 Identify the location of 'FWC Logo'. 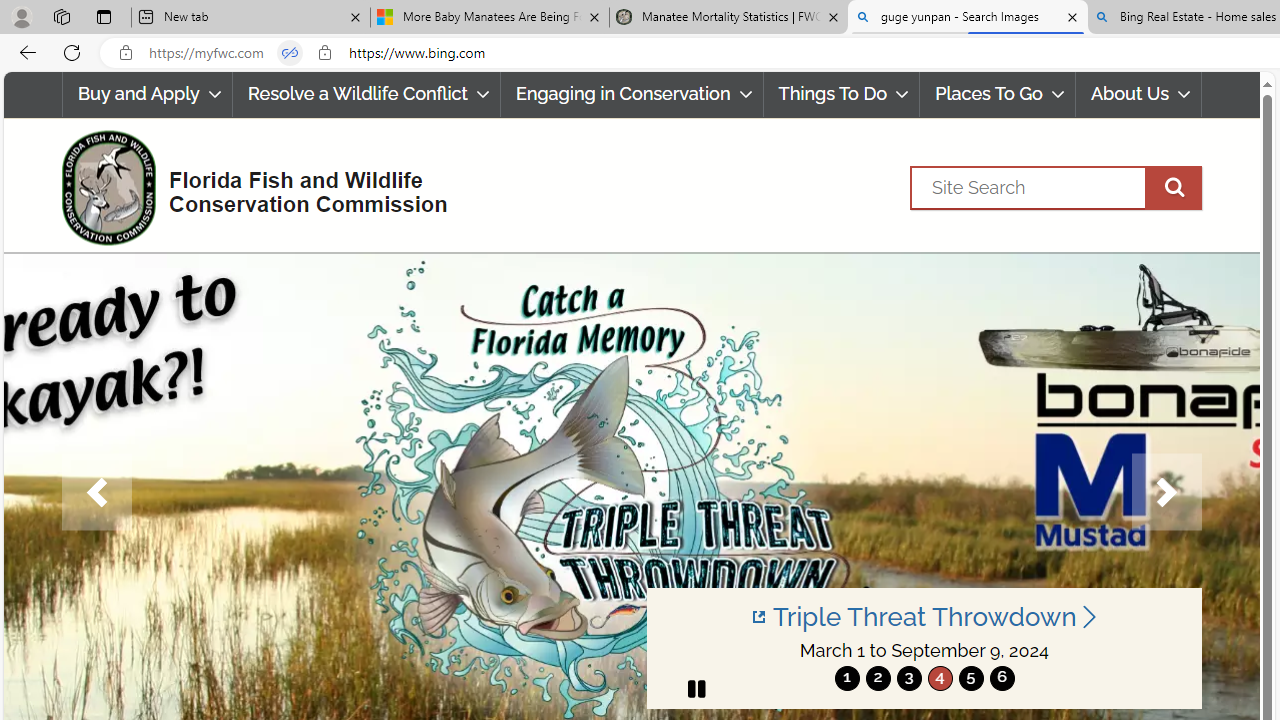
(107, 187).